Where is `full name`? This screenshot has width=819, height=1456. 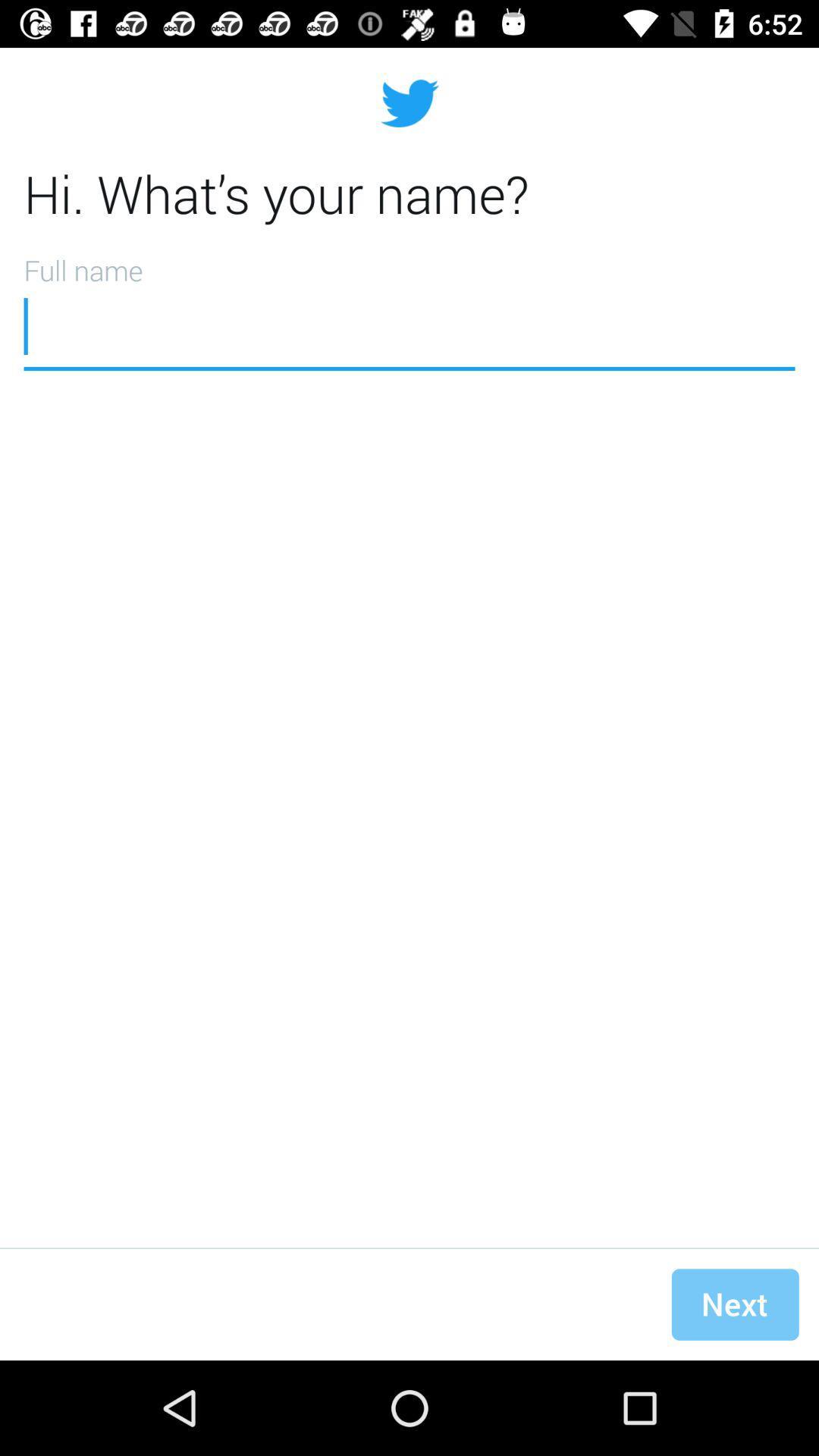 full name is located at coordinates (409, 306).